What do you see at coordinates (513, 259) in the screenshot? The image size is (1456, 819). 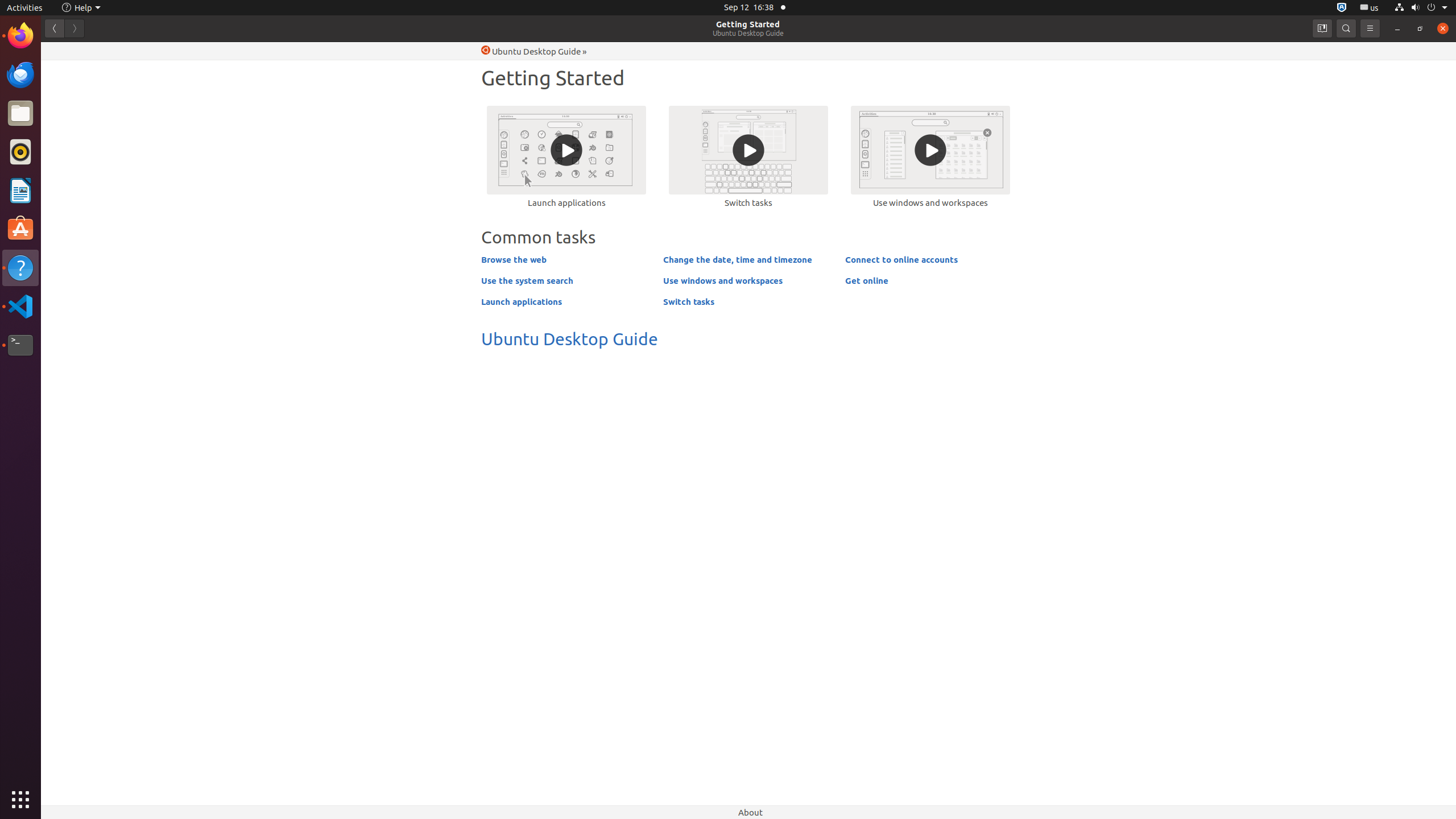 I see `'Browse the web'` at bounding box center [513, 259].